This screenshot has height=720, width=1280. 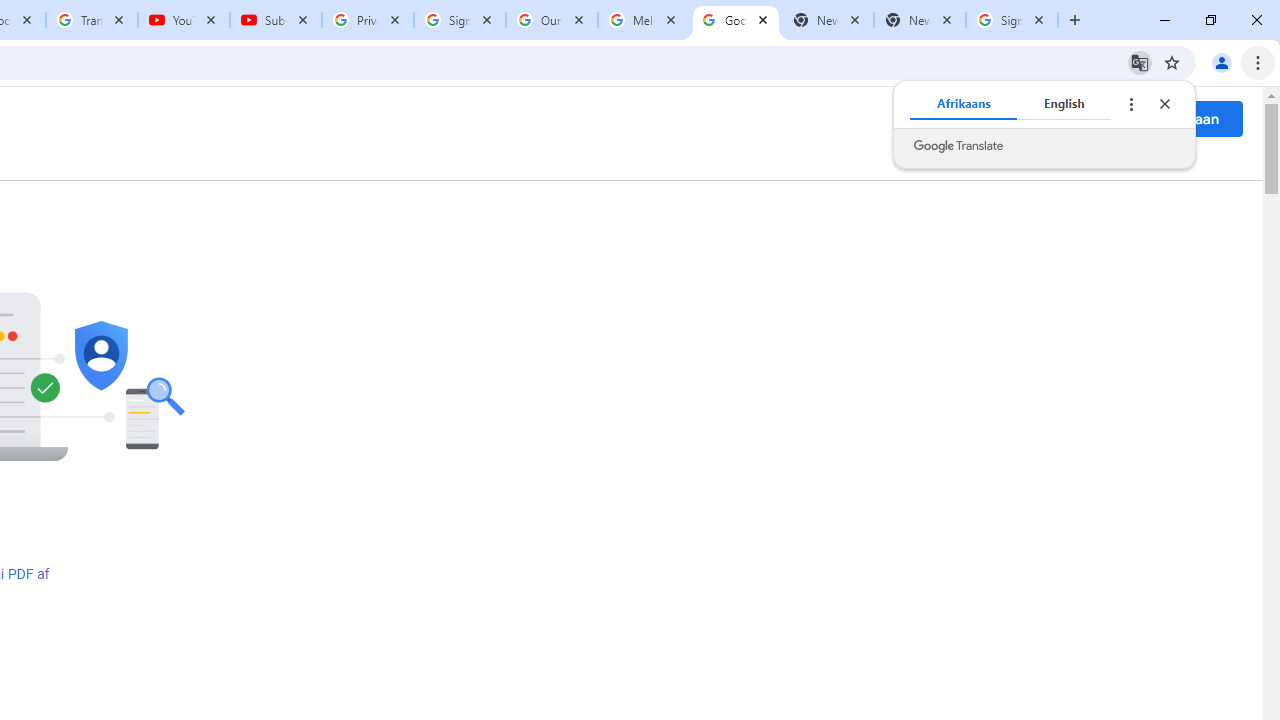 What do you see at coordinates (1139, 61) in the screenshot?
I see `'Translate this page'` at bounding box center [1139, 61].